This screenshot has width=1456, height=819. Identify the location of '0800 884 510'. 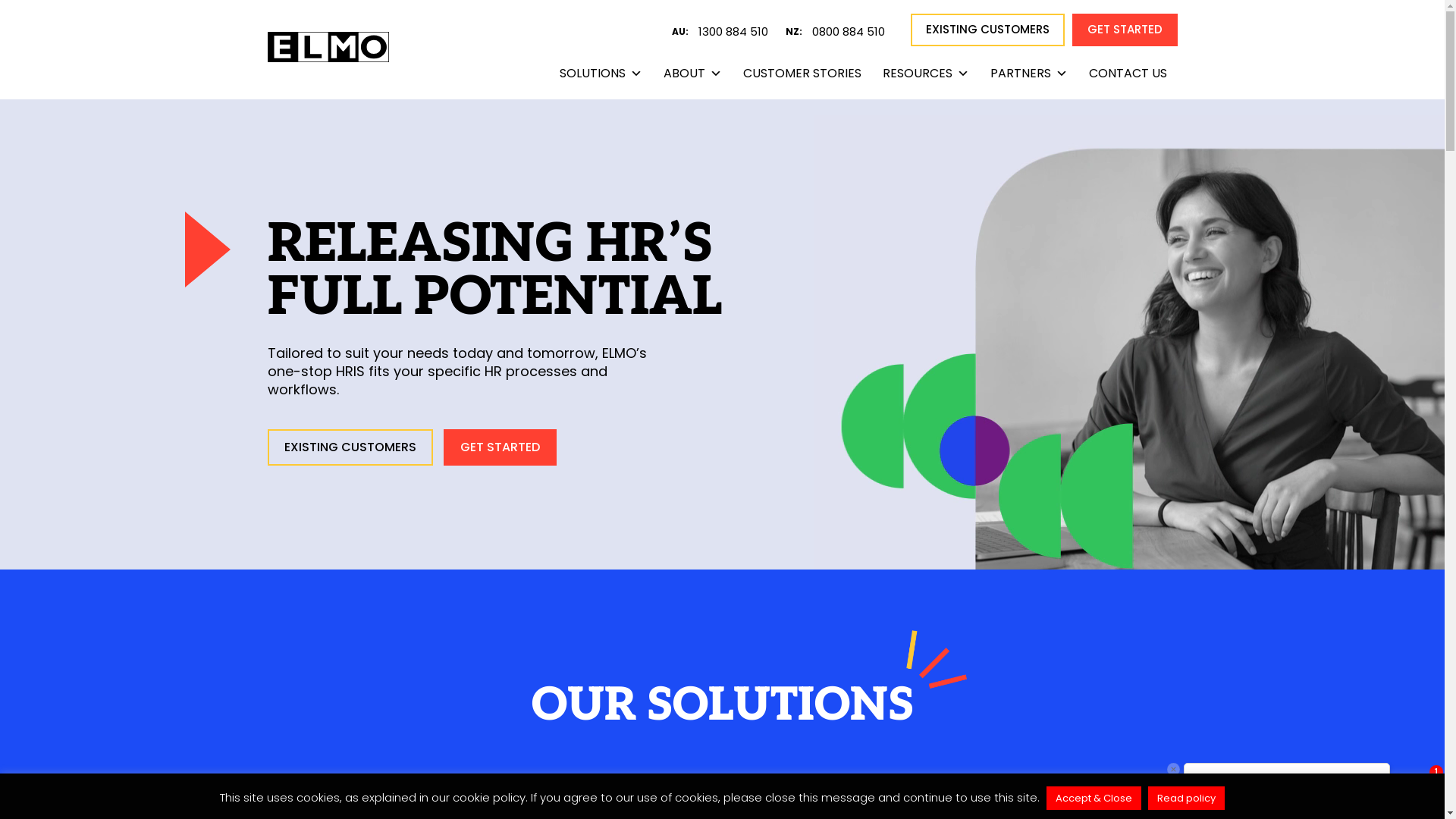
(855, 32).